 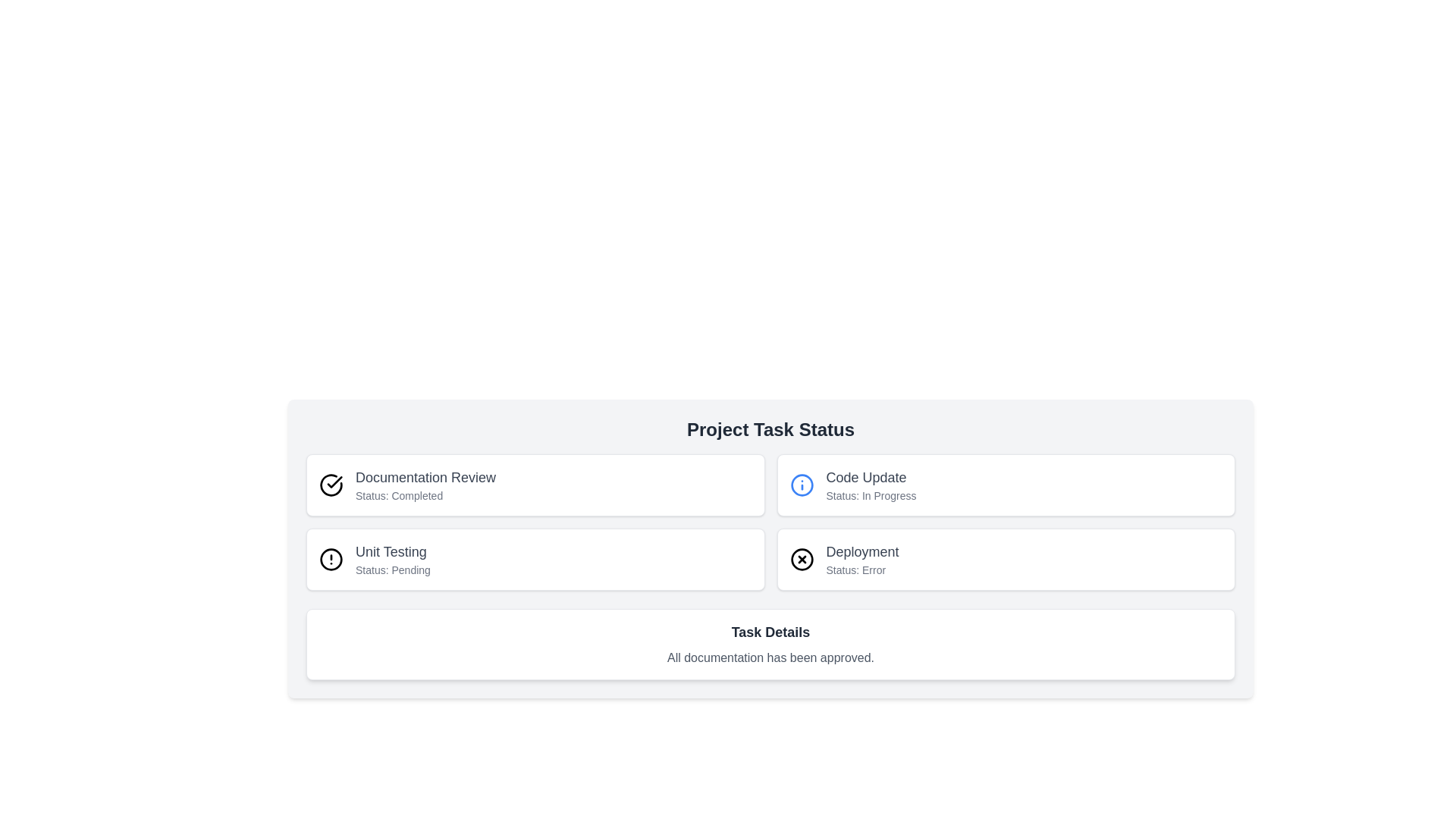 I want to click on text content of the 'Unit Testing' title label located in the second task entry of the 'Project Task Status' table, positioned above the 'Status: Pending' label, so click(x=393, y=552).